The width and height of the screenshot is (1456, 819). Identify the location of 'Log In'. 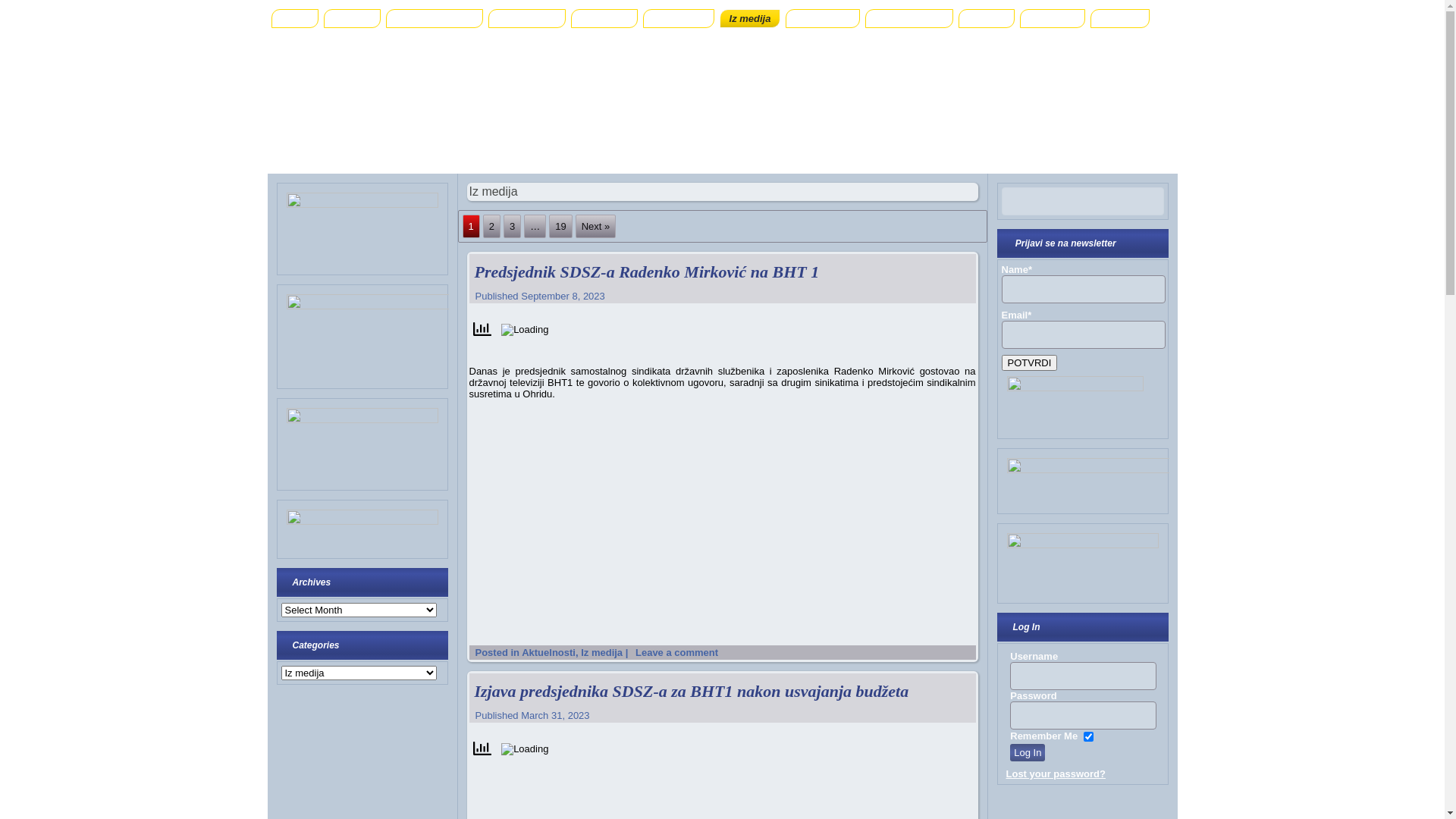
(1009, 752).